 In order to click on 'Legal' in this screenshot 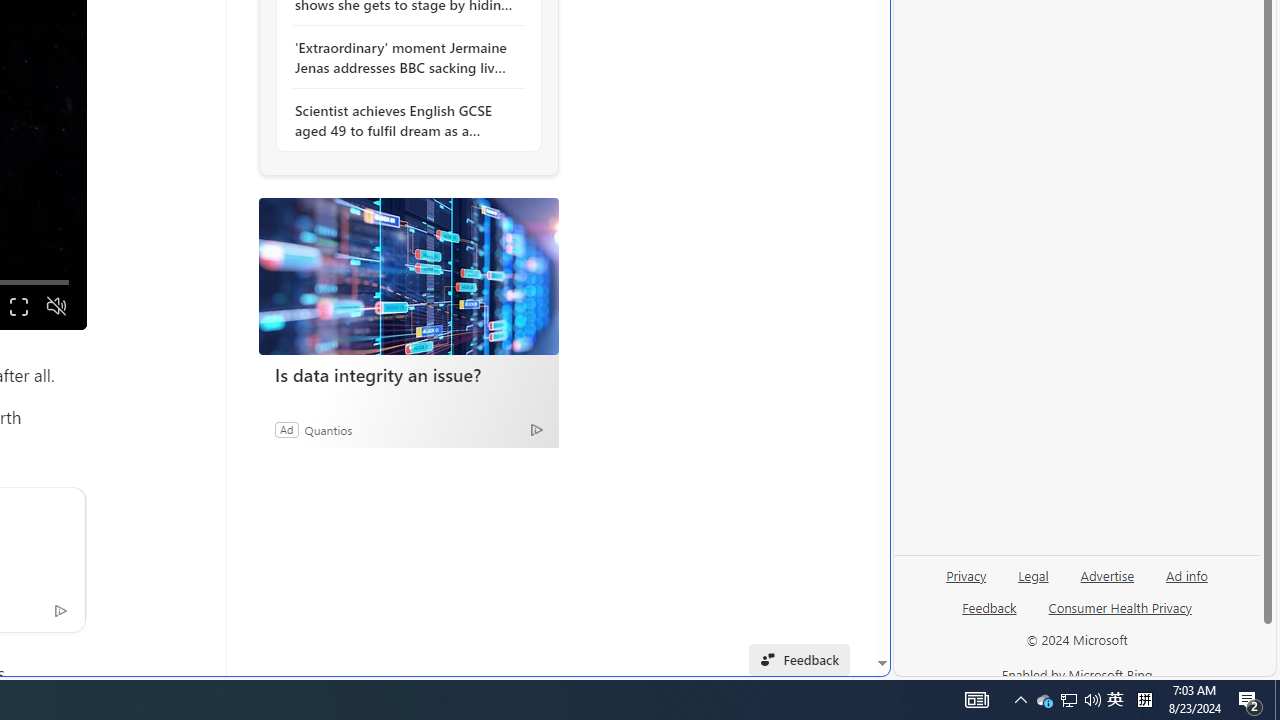, I will do `click(1033, 574)`.